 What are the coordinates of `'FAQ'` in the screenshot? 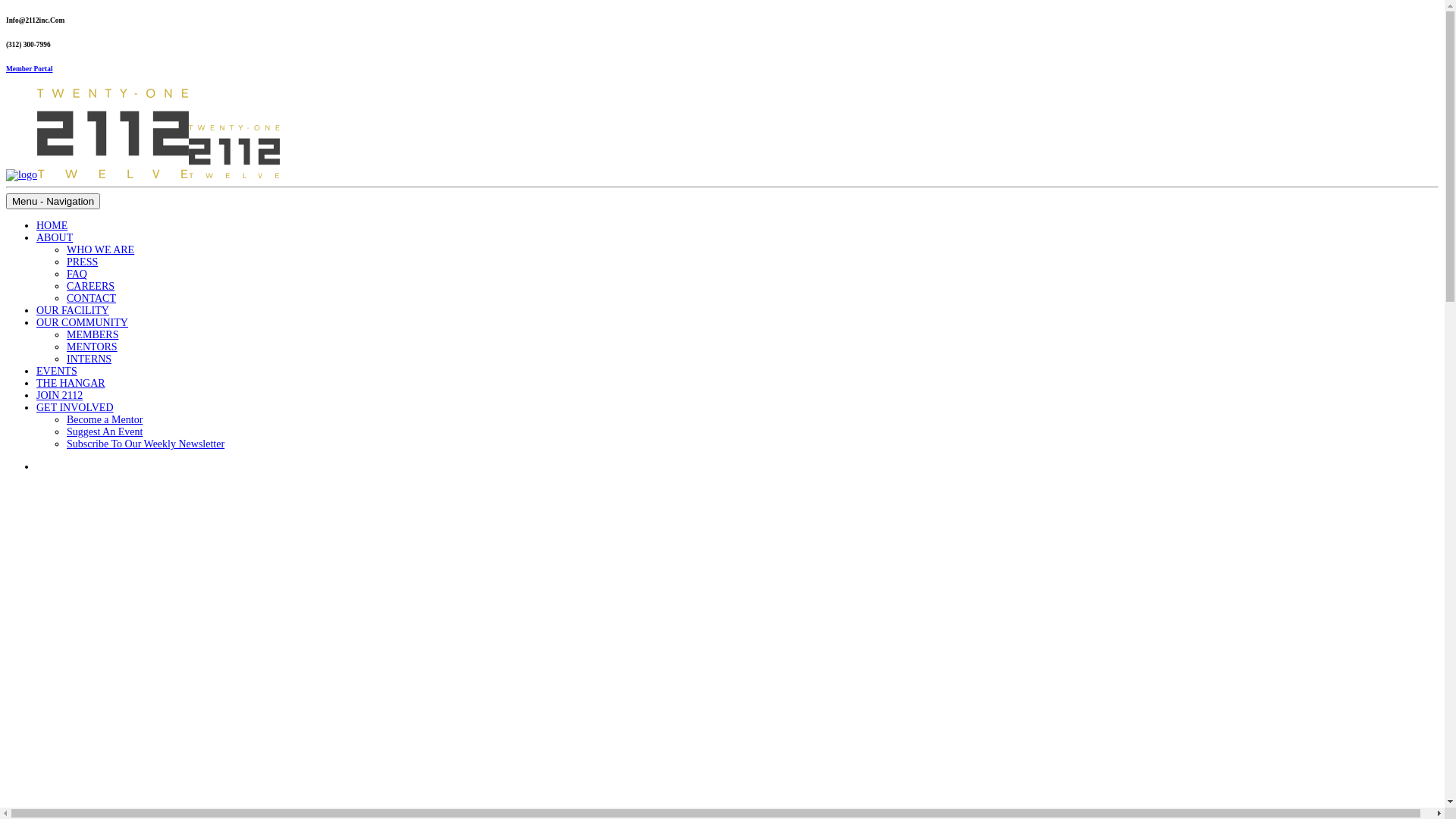 It's located at (65, 274).